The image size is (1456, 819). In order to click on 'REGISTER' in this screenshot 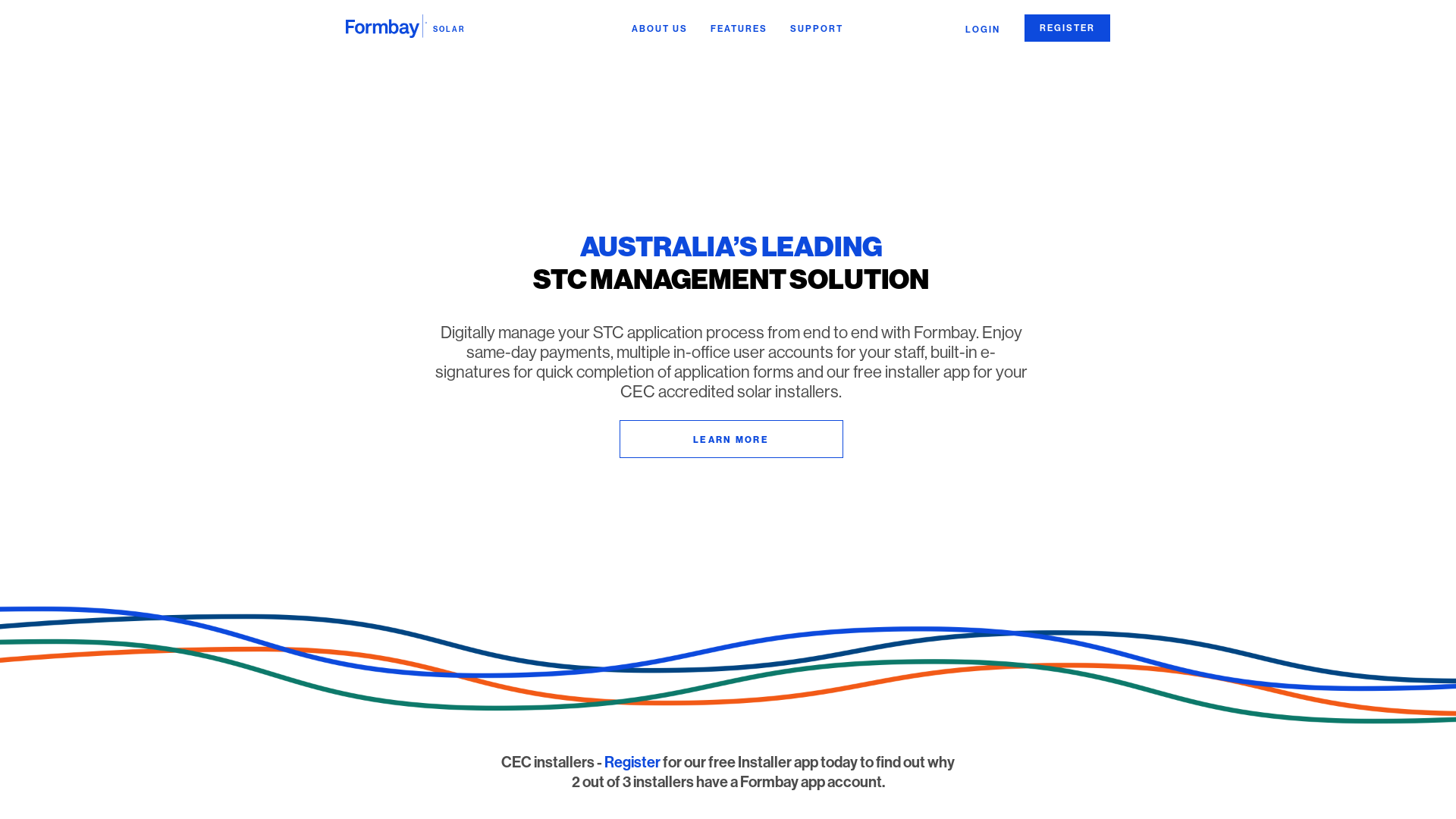, I will do `click(1066, 28)`.